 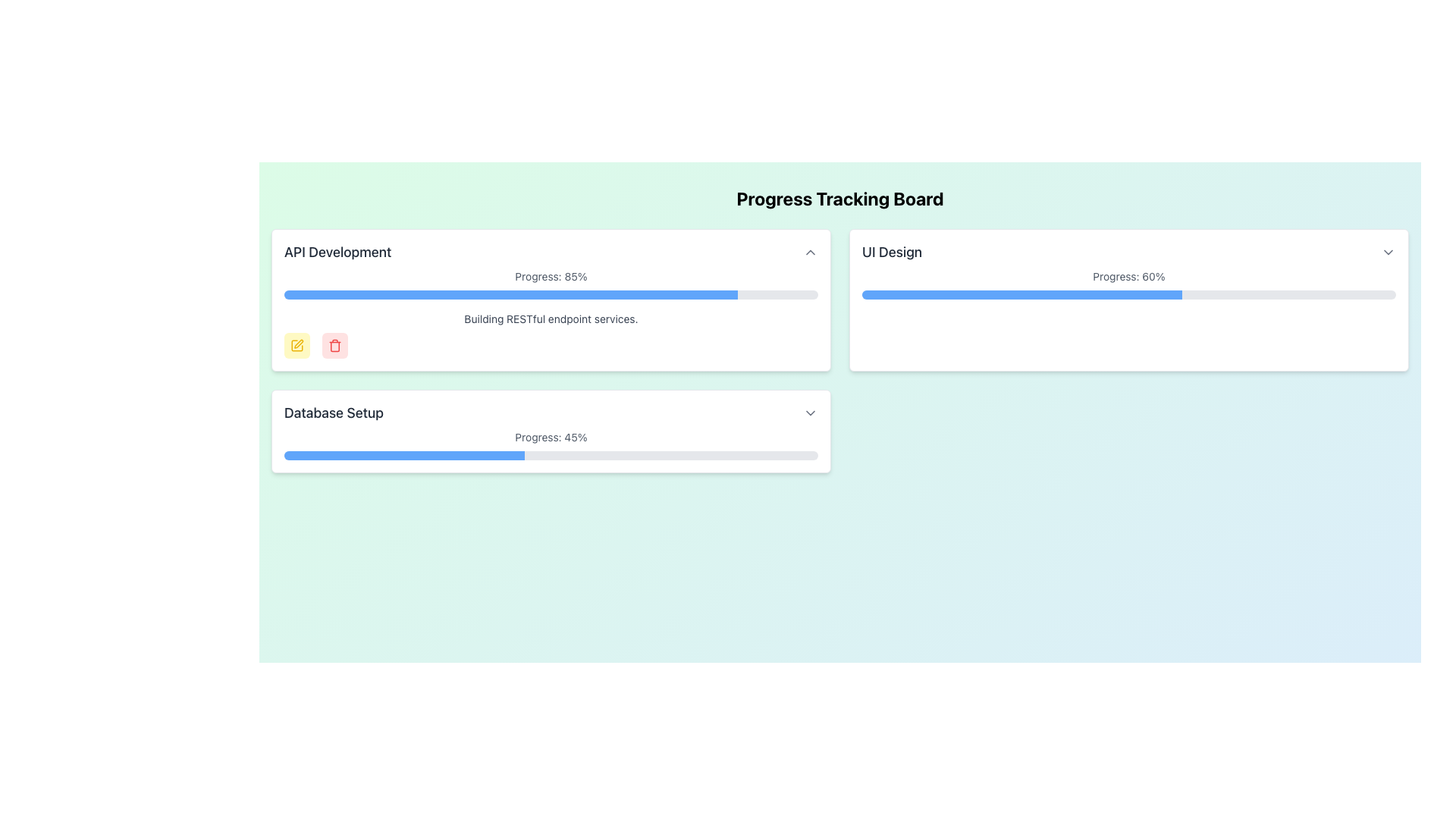 I want to click on the progress bar indicating 45% progression located under the title 'Database Setup', so click(x=550, y=455).